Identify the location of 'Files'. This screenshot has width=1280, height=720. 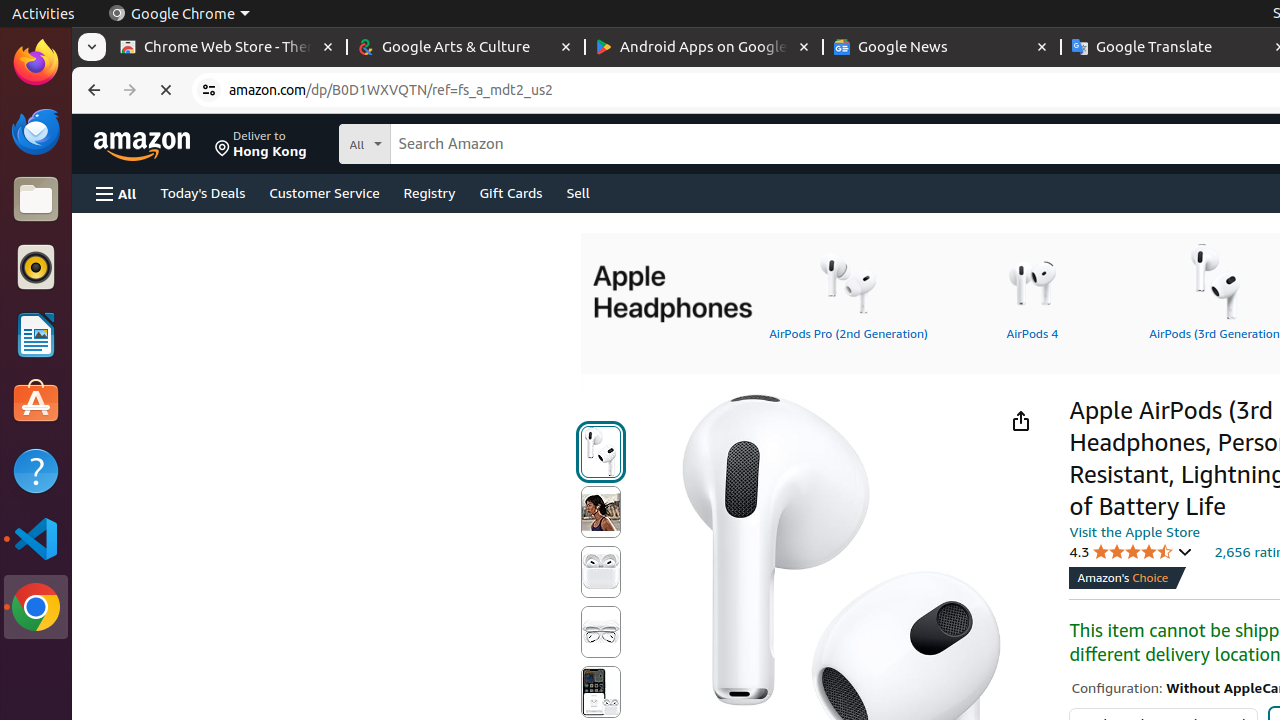
(35, 199).